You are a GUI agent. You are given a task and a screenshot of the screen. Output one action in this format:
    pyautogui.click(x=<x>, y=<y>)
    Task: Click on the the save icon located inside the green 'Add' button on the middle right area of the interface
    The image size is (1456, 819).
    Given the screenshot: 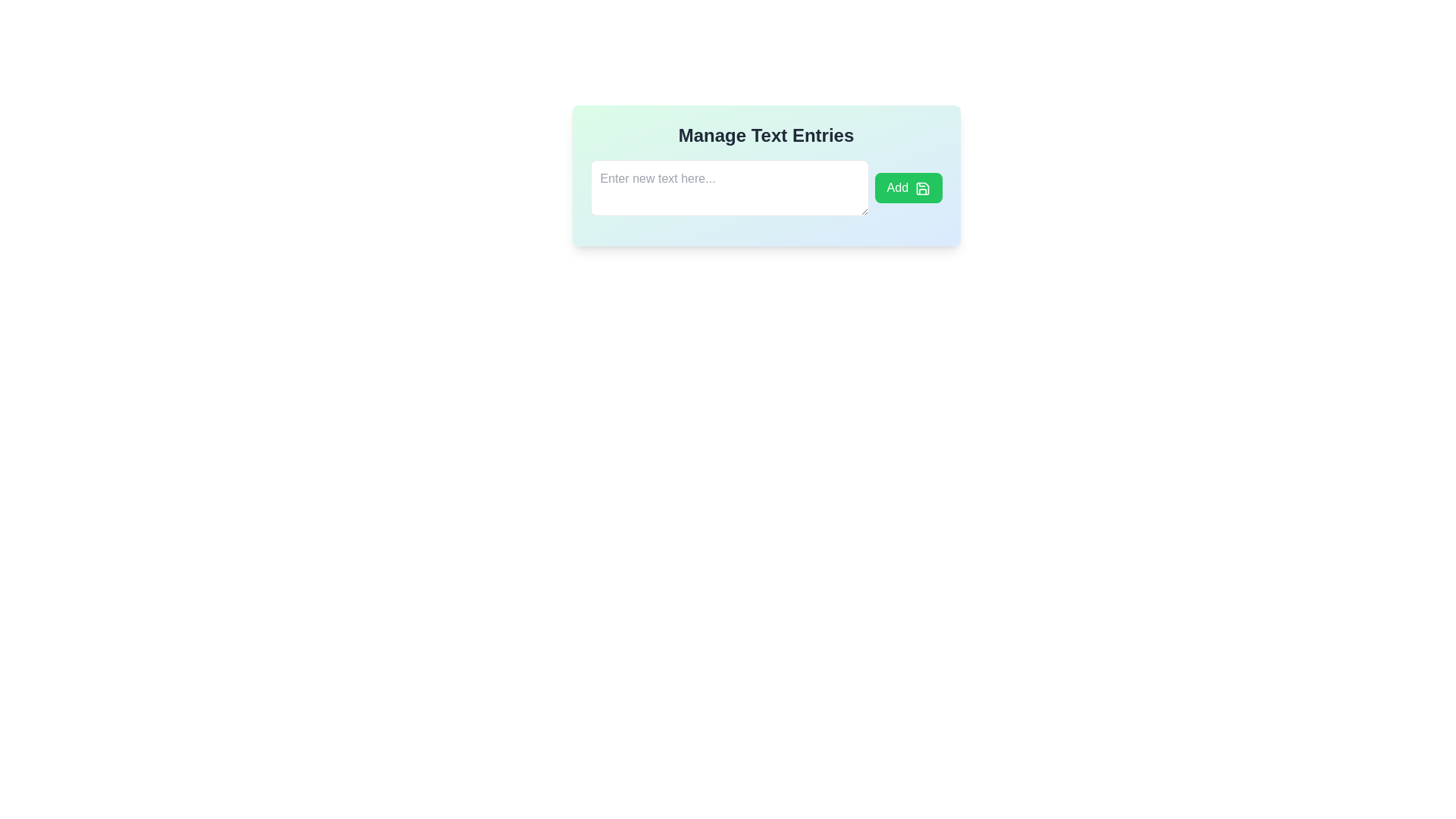 What is the action you would take?
    pyautogui.click(x=921, y=187)
    